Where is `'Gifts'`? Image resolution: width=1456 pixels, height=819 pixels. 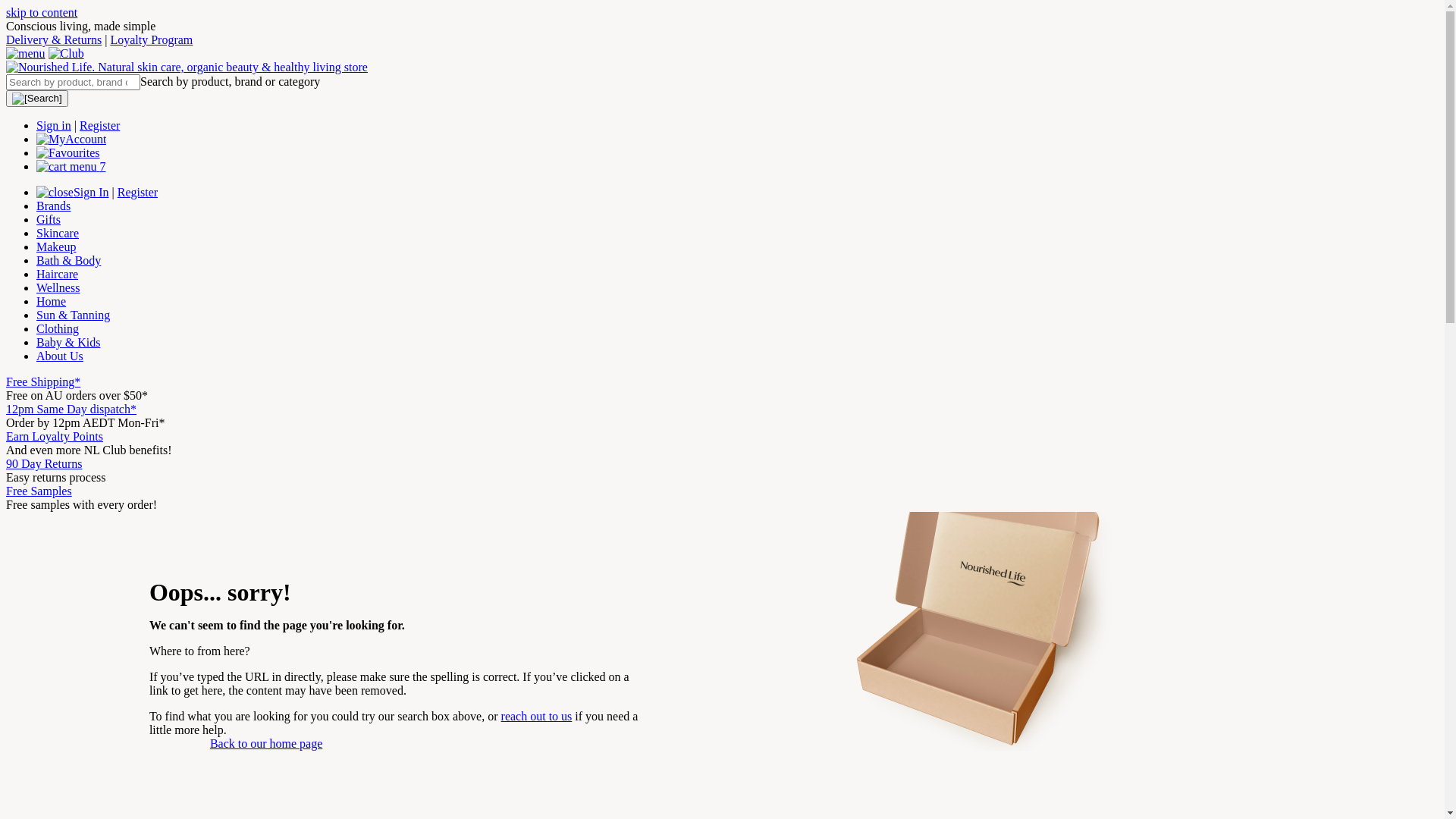
'Gifts' is located at coordinates (48, 219).